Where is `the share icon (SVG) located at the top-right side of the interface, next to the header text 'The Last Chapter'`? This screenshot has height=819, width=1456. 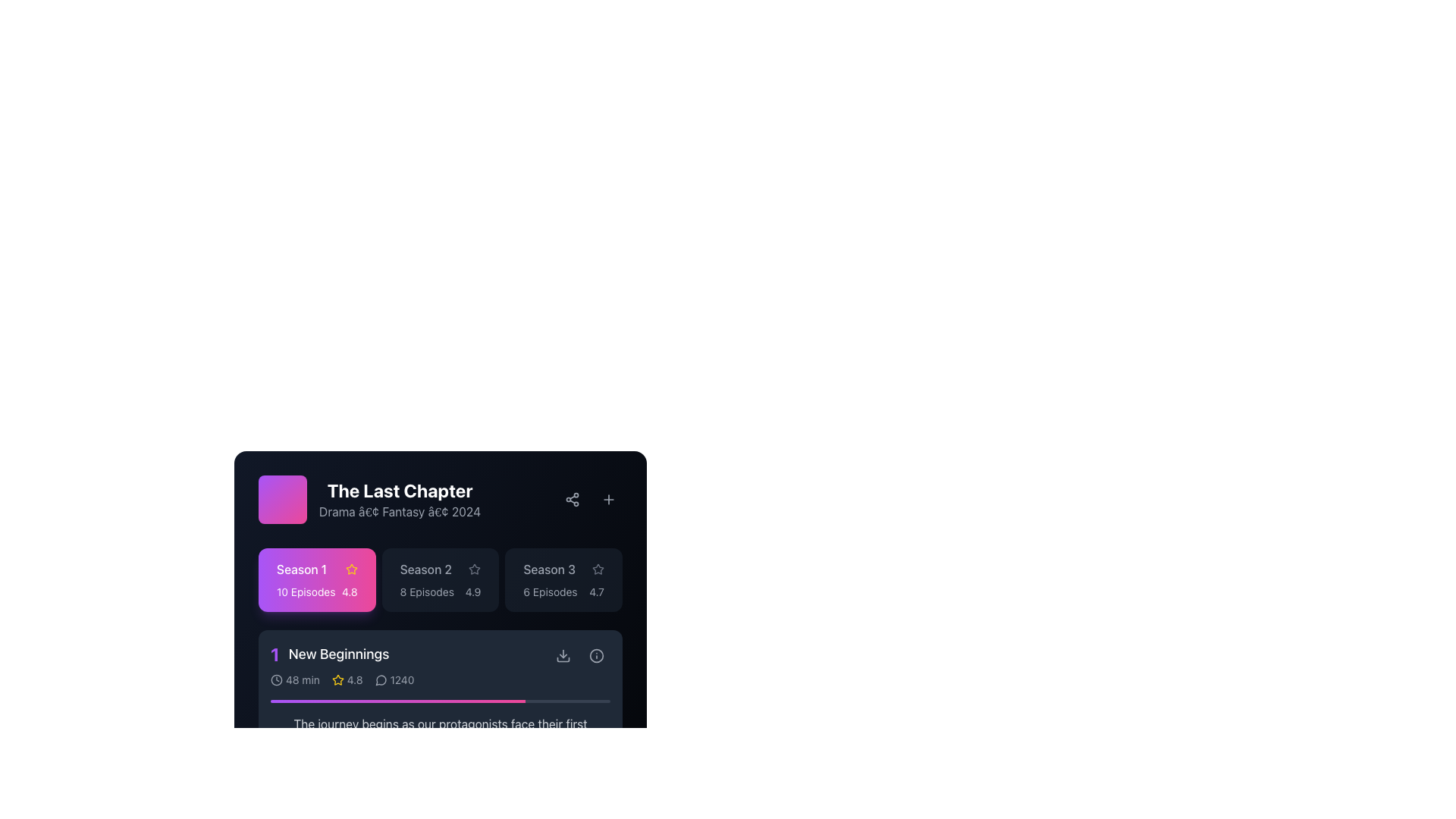
the share icon (SVG) located at the top-right side of the interface, next to the header text 'The Last Chapter' is located at coordinates (571, 500).